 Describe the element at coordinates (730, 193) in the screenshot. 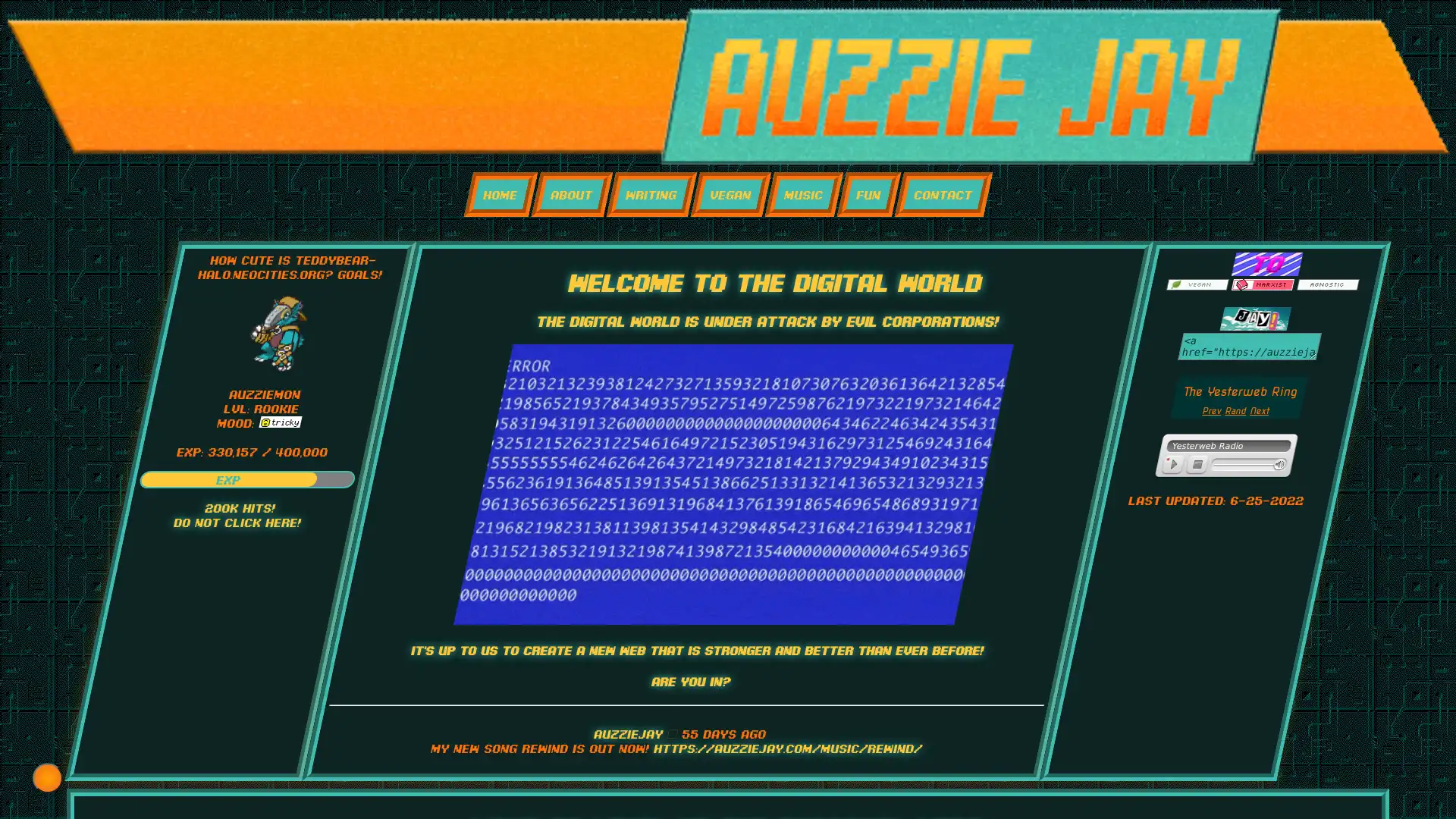

I see `VEGAN` at that location.